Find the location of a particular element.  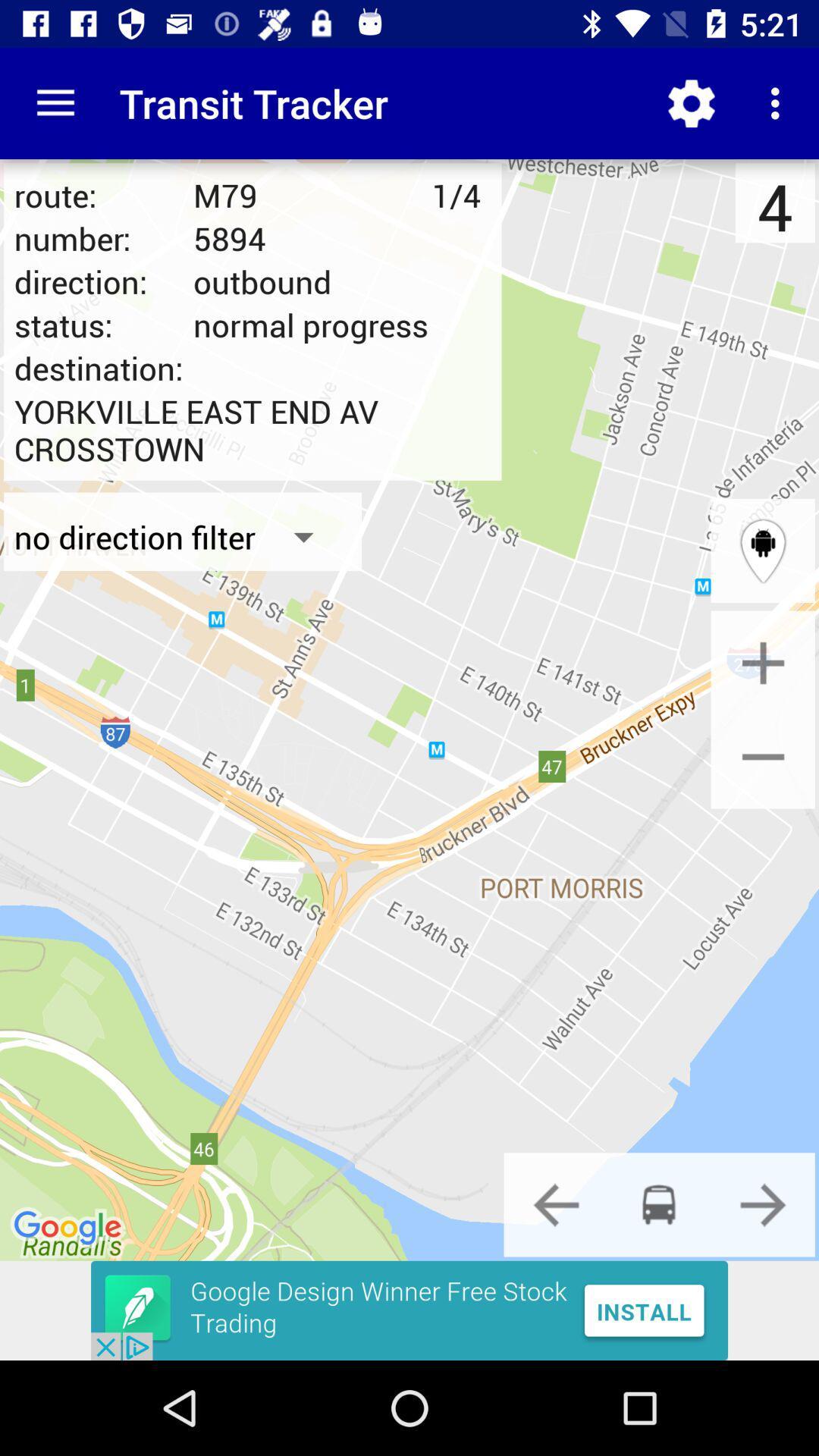

the chat icon is located at coordinates (658, 1203).